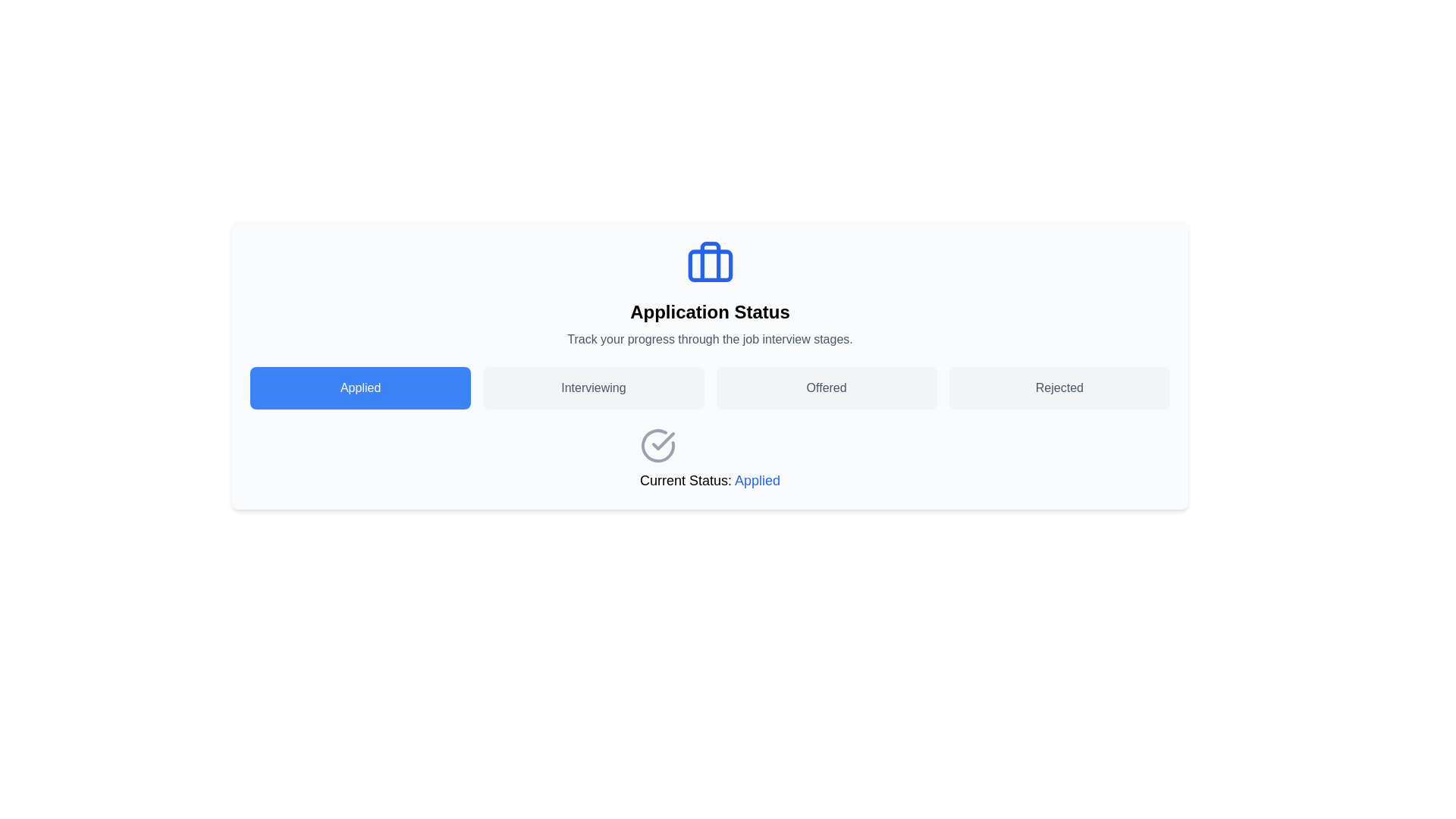  I want to click on the decorative icon representing the job or application status located at the top center of the 'Application Status' section, directly above the text 'Application Status', so click(709, 262).